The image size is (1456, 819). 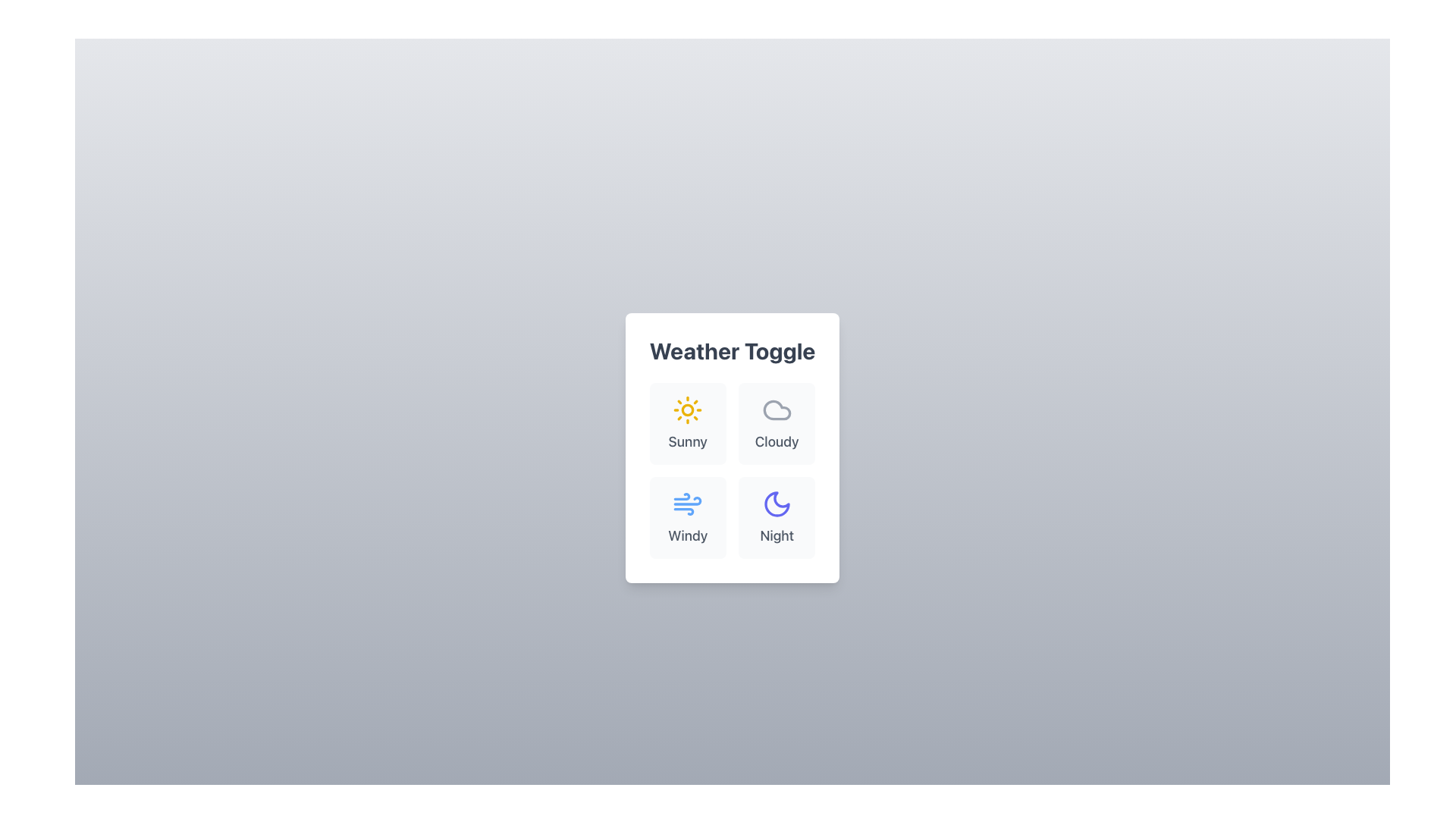 What do you see at coordinates (687, 409) in the screenshot?
I see `the sun icon in the weather toggle component, which is represented by a circular graphical element indicating sunny weather` at bounding box center [687, 409].